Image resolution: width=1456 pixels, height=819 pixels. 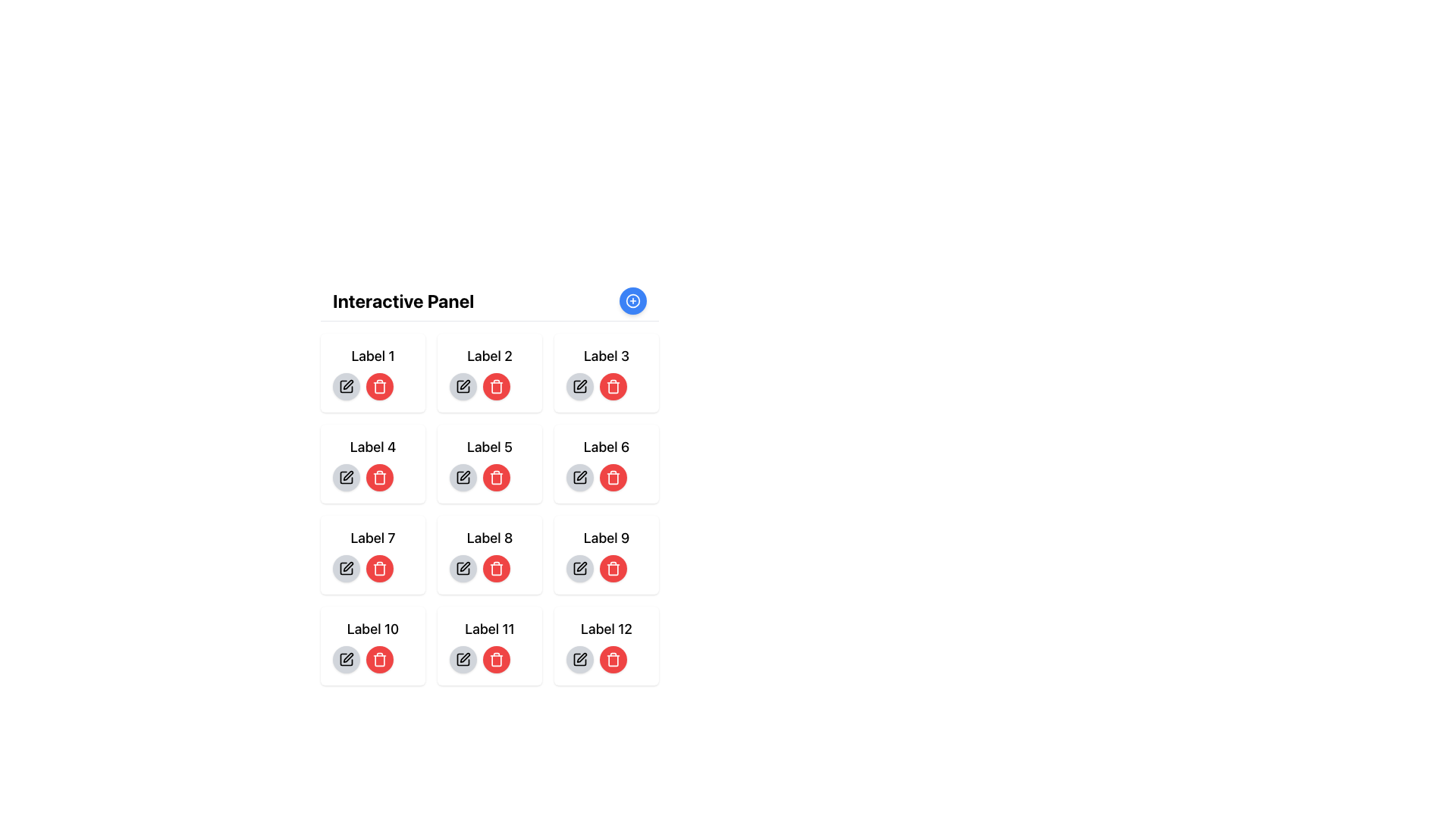 I want to click on the circular edit button with a pen icon located in the sixth cell of the grid under the 'Interactive Panel' heading, so click(x=579, y=476).